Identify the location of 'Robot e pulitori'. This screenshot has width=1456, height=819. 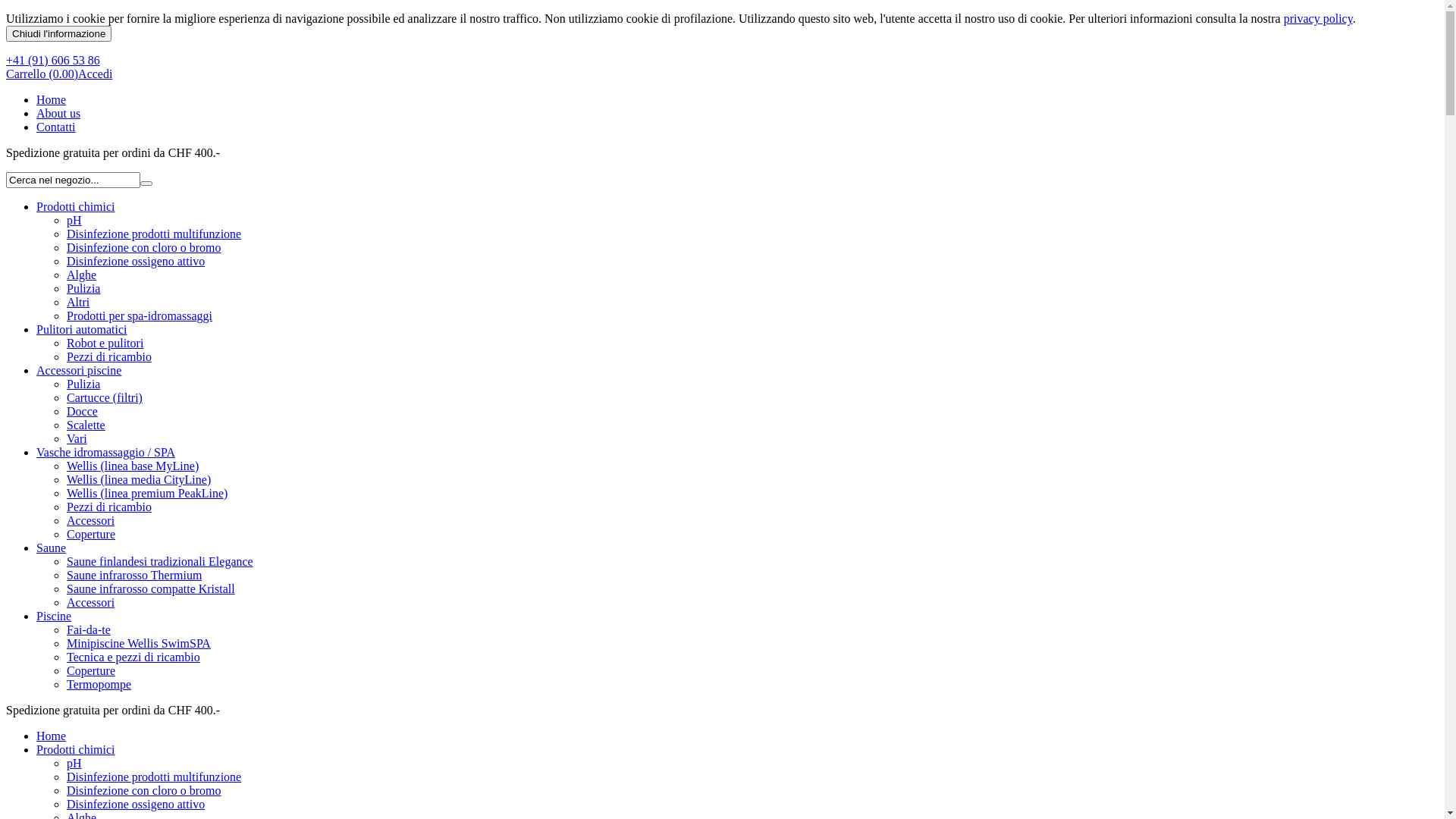
(104, 343).